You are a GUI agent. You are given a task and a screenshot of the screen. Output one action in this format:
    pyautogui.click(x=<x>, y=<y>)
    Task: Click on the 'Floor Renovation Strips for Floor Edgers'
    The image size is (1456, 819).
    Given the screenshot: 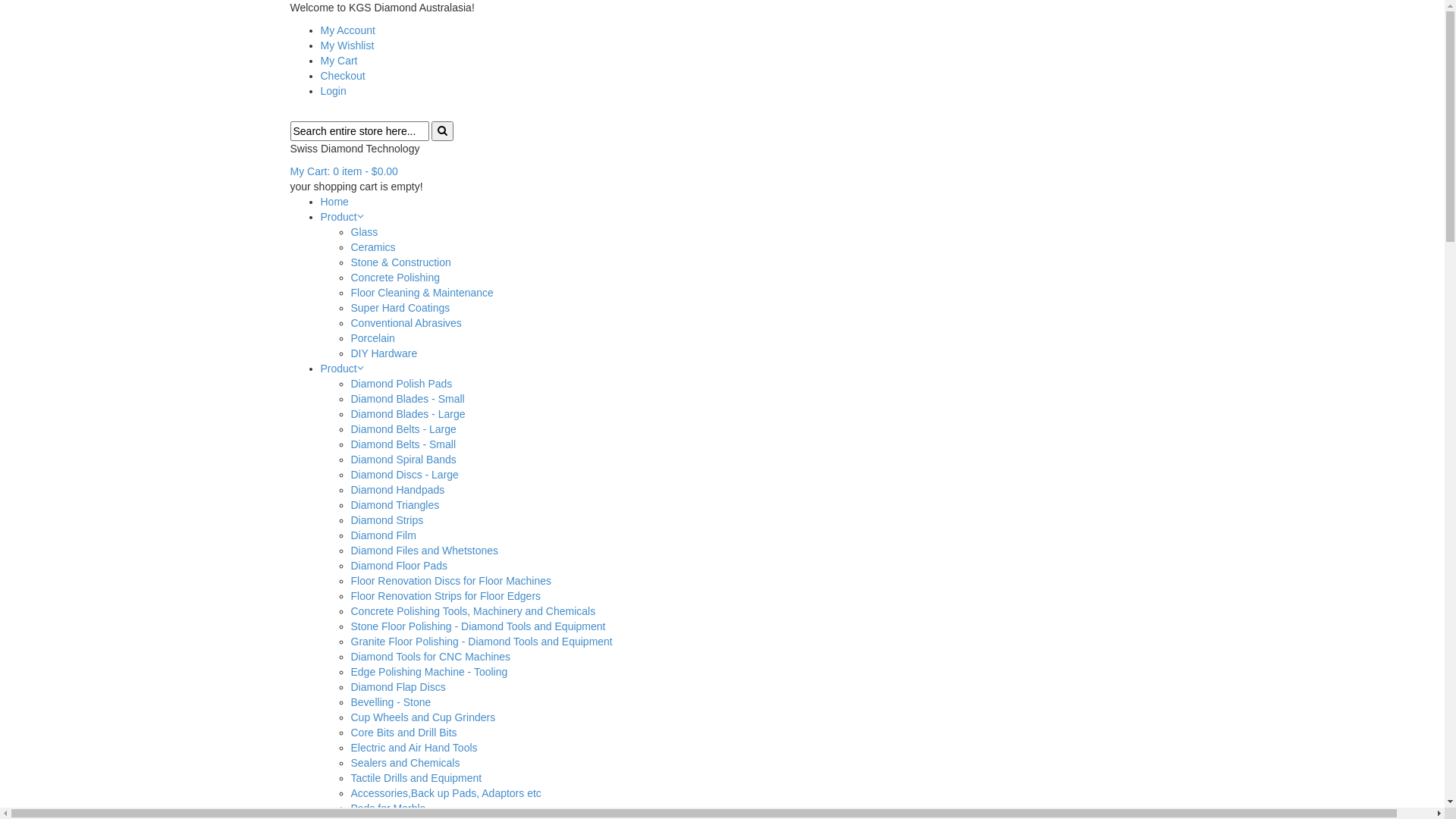 What is the action you would take?
    pyautogui.click(x=444, y=595)
    